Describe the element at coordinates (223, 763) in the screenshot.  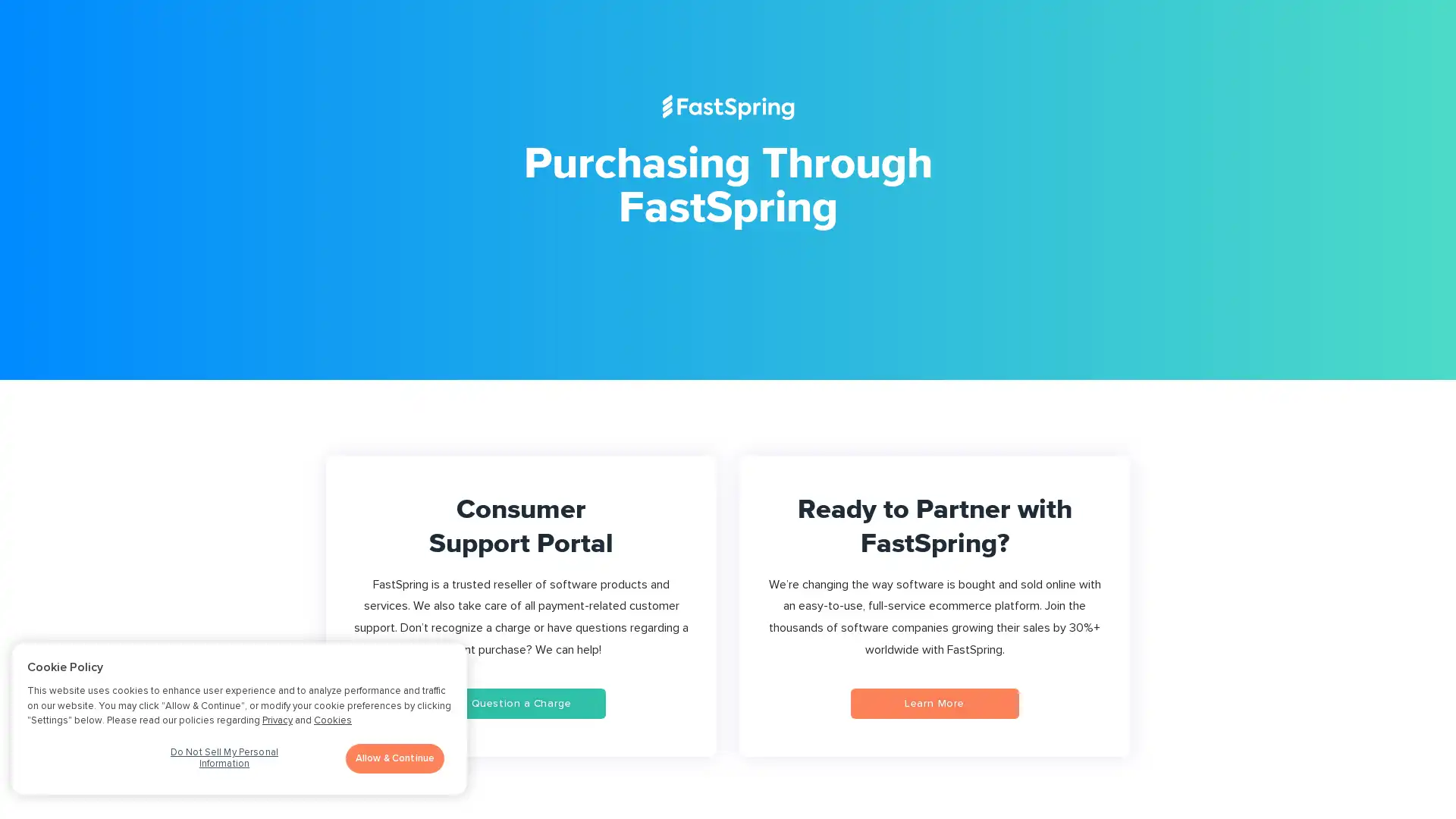
I see `Do Not Sell My Personal Information` at that location.